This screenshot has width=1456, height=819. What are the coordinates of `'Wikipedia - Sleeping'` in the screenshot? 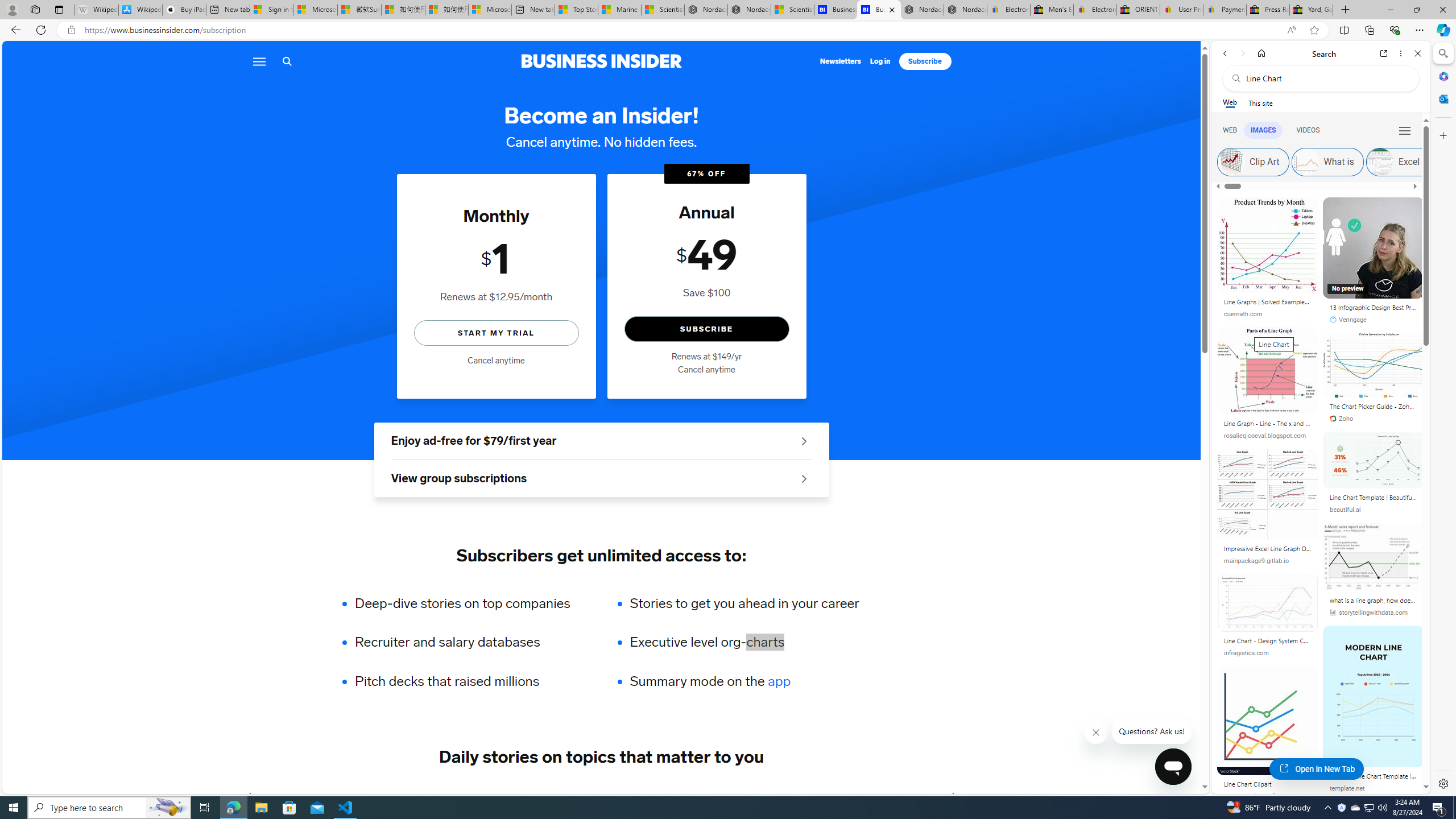 It's located at (97, 9).